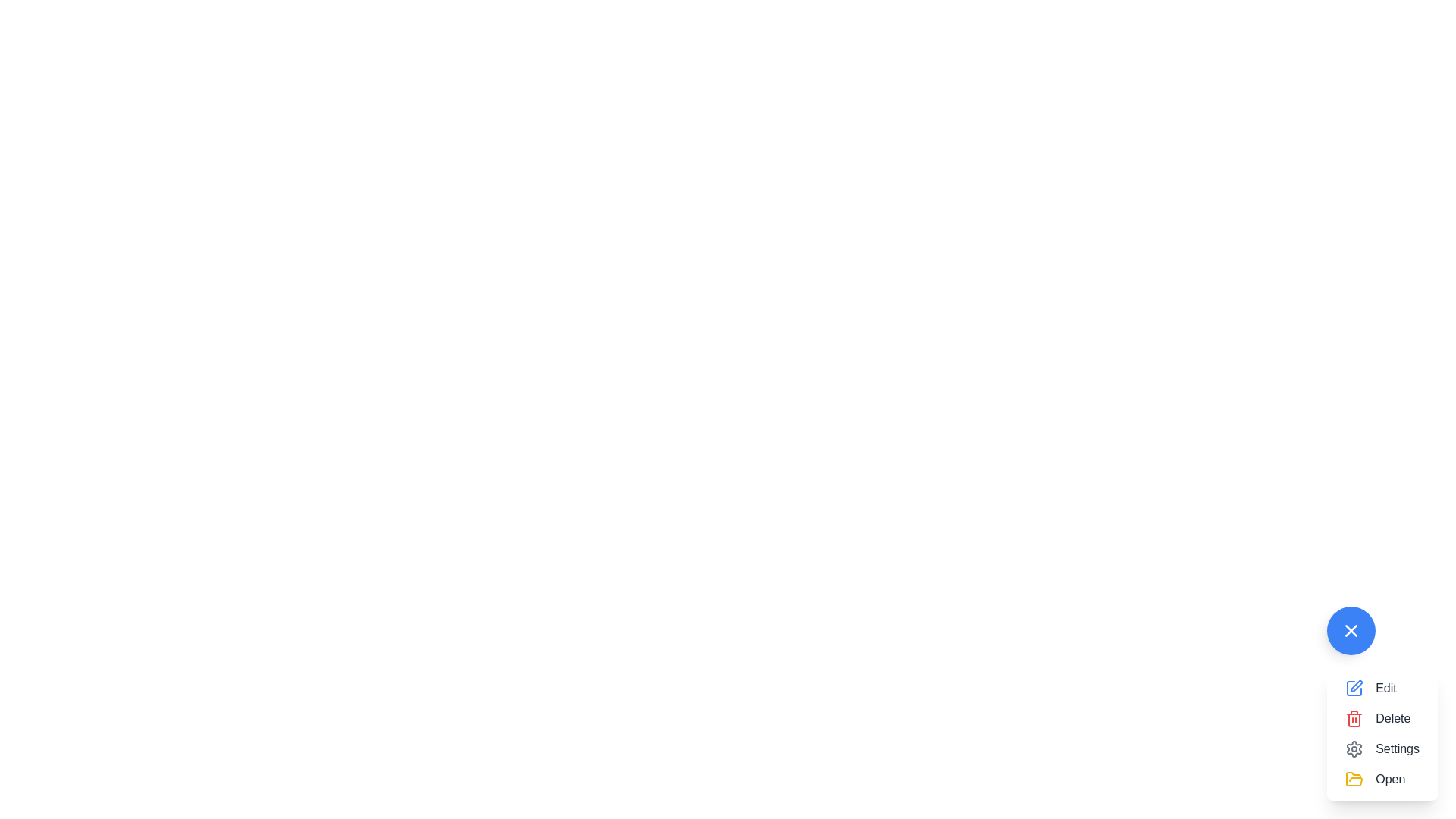  I want to click on the interactive button labeled 'Open' with a yellow folder icon, so click(1382, 780).